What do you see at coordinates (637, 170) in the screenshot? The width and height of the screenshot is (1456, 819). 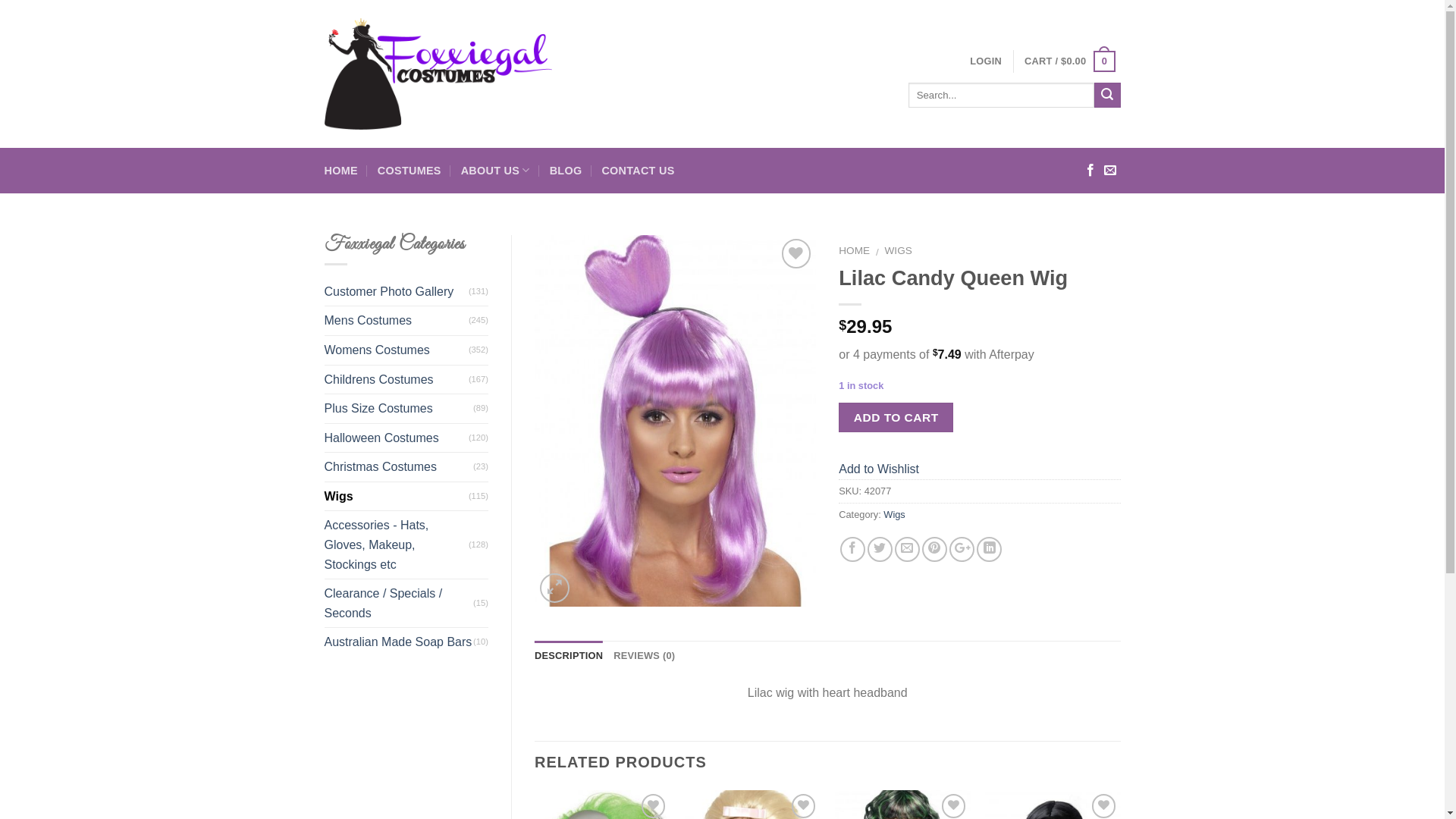 I see `'CONTACT US'` at bounding box center [637, 170].